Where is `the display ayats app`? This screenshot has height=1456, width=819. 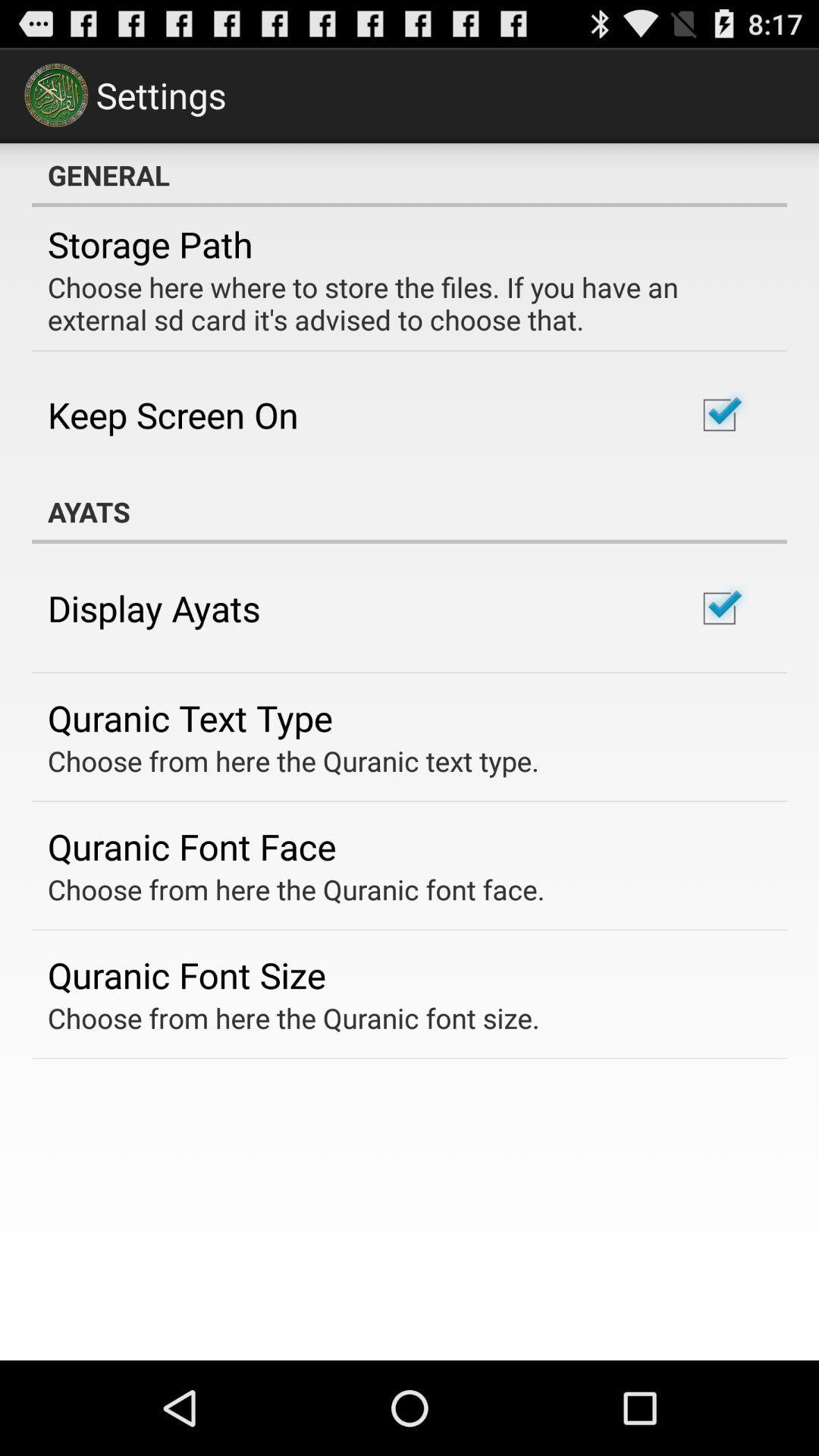 the display ayats app is located at coordinates (154, 608).